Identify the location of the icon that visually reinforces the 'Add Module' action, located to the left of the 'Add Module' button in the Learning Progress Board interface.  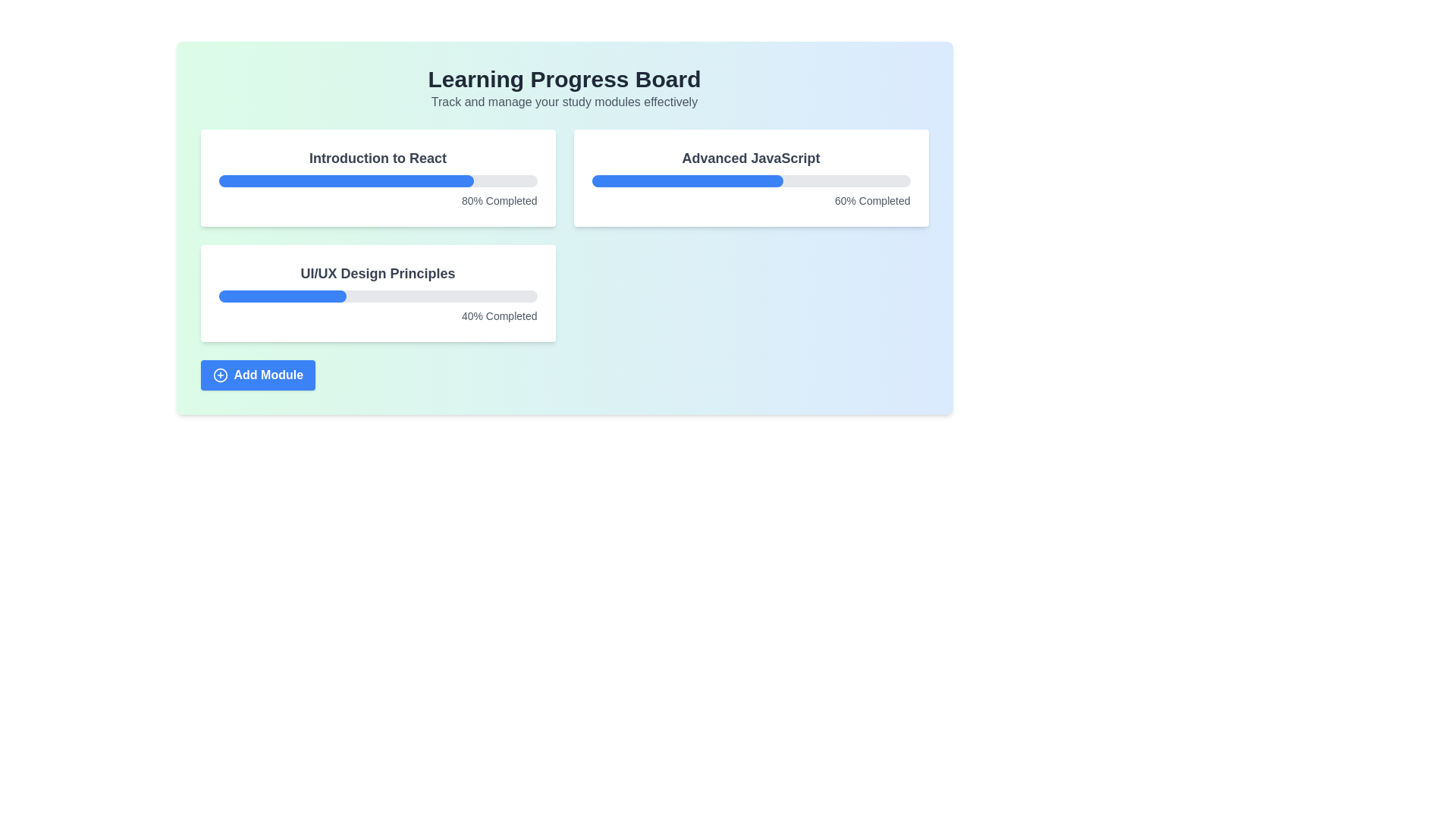
(219, 375).